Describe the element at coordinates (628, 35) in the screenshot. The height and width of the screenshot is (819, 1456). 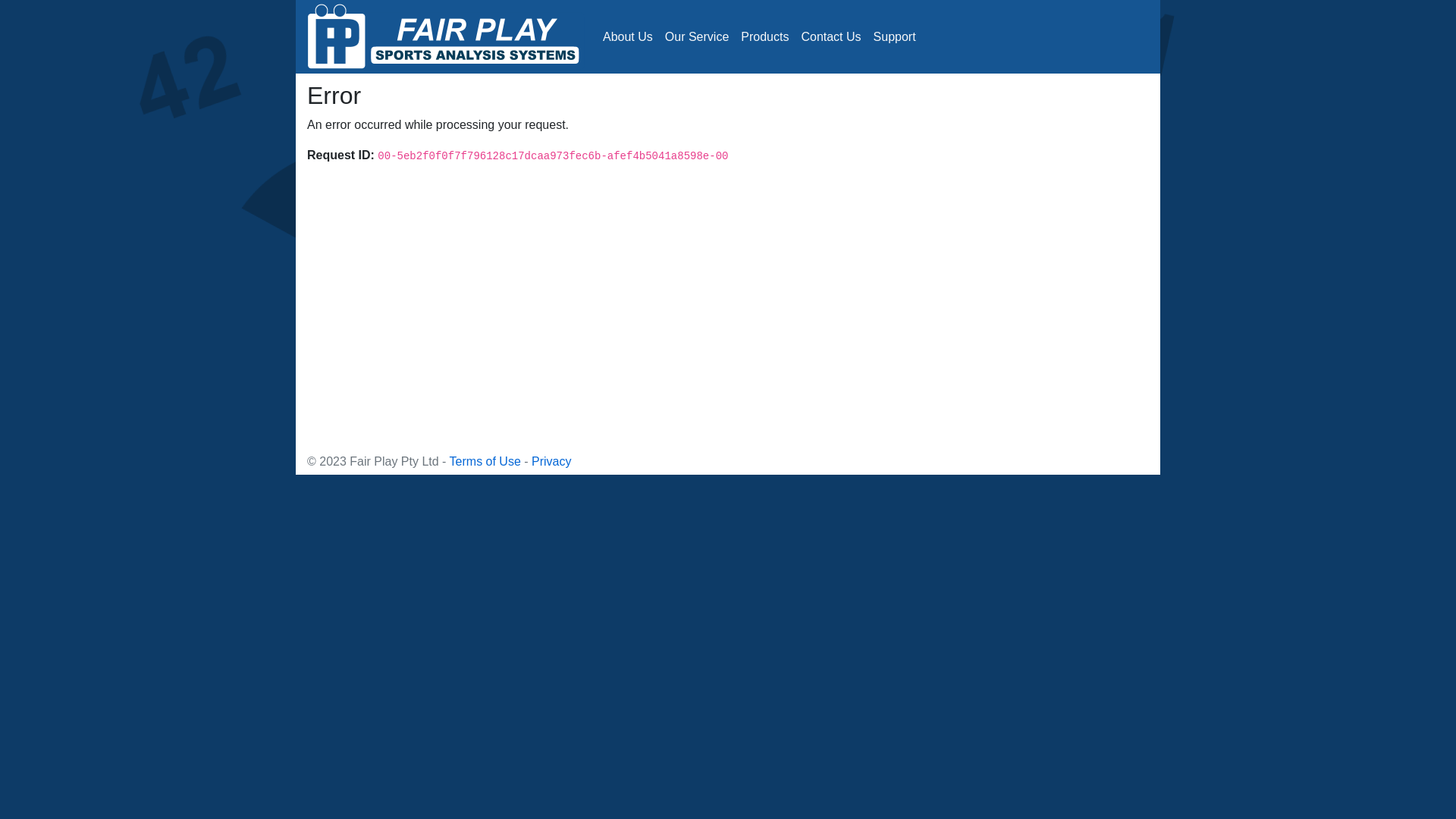
I see `'About Us'` at that location.